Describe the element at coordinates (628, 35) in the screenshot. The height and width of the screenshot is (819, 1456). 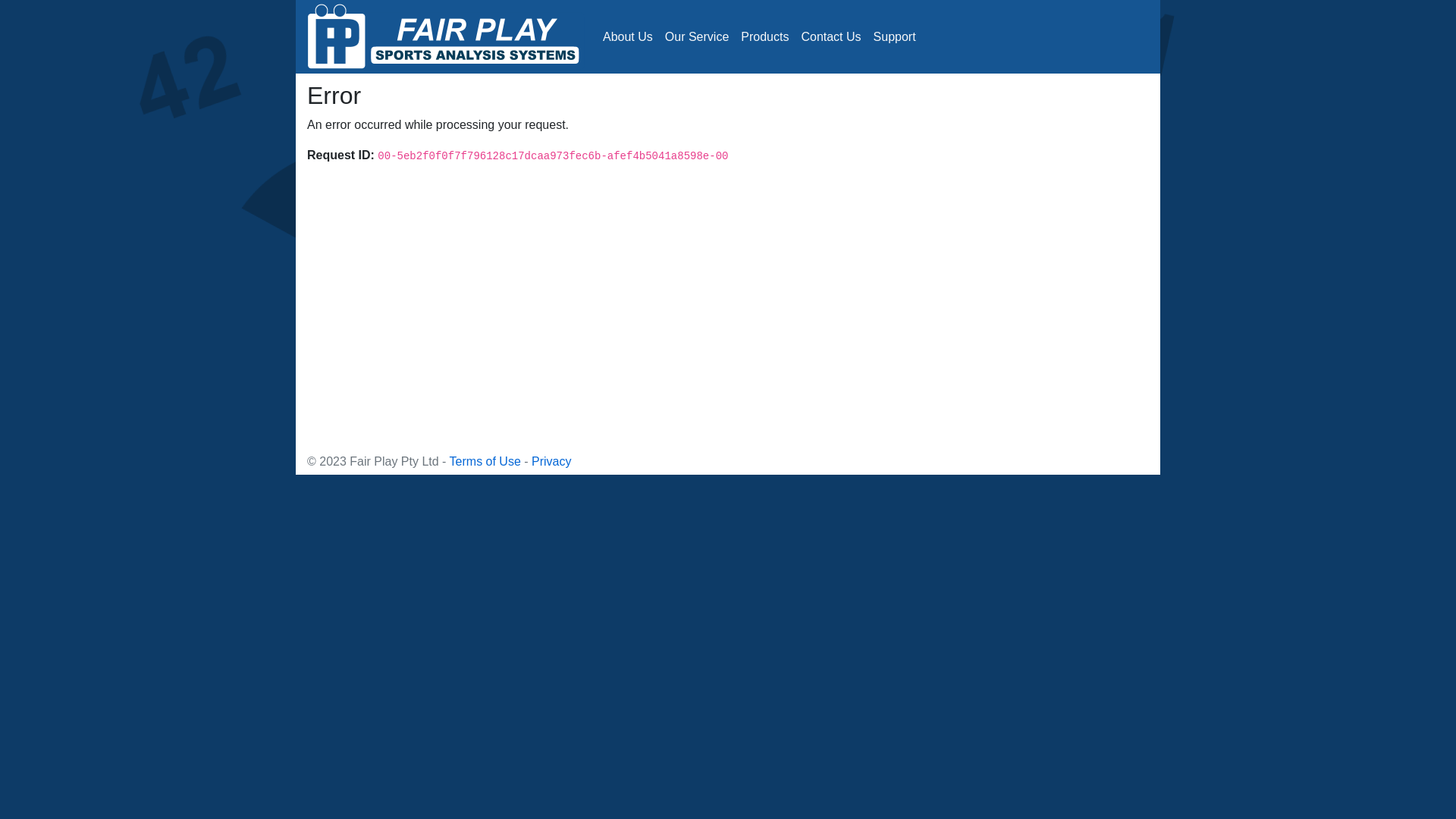
I see `'About Us'` at that location.